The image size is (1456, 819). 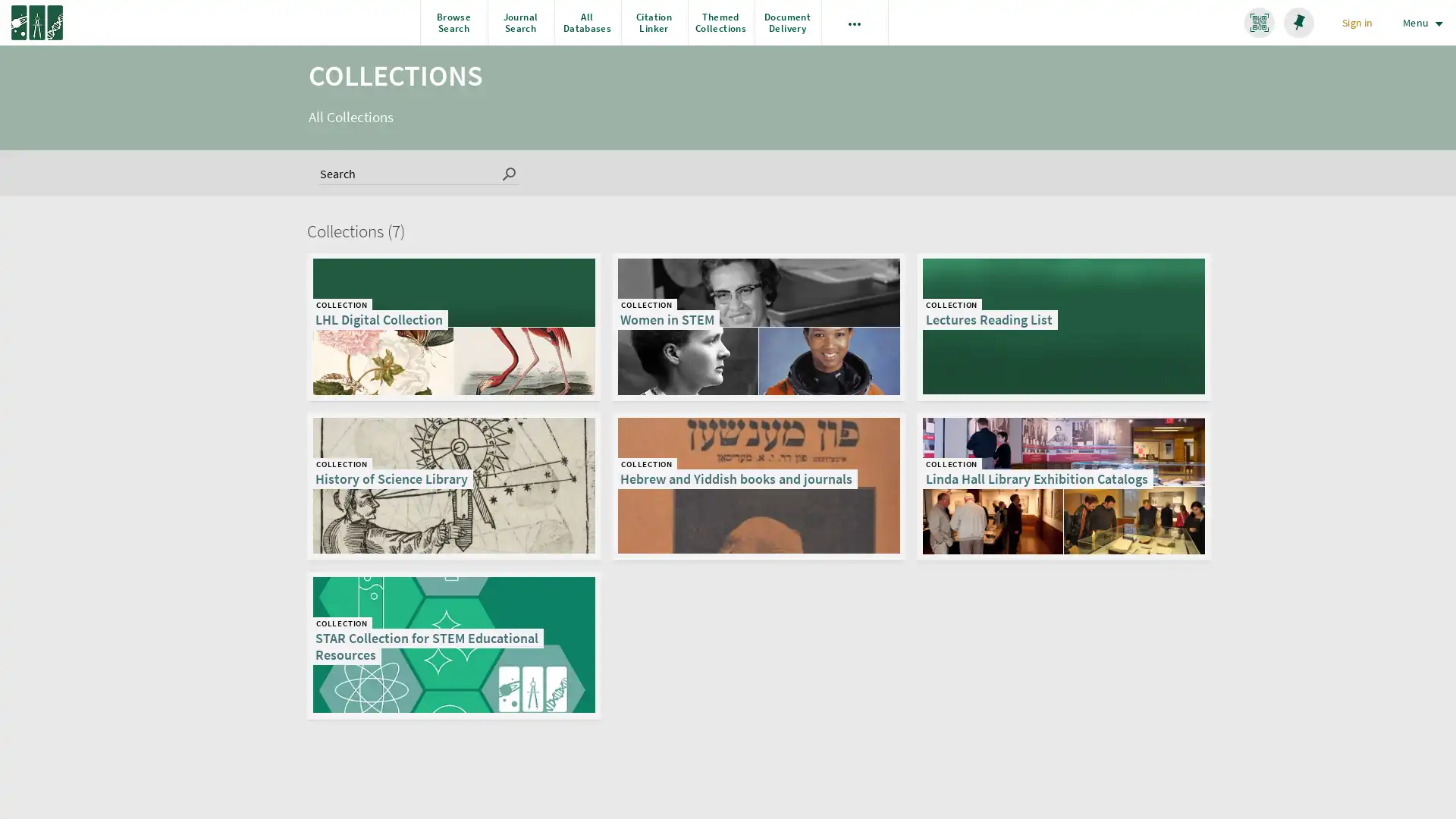 What do you see at coordinates (510, 171) in the screenshot?
I see `Search` at bounding box center [510, 171].